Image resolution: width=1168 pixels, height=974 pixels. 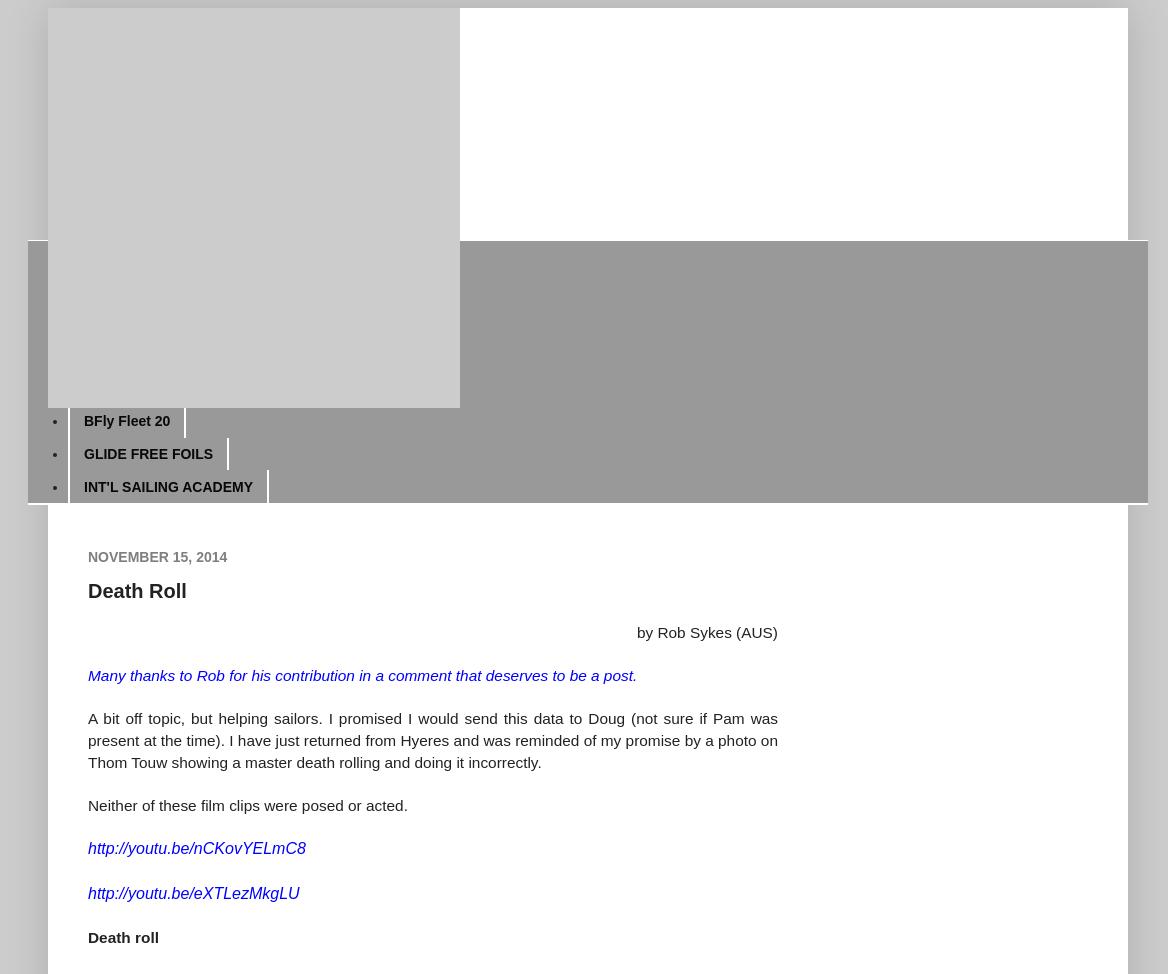 I want to click on 'ILCA', so click(x=98, y=288).